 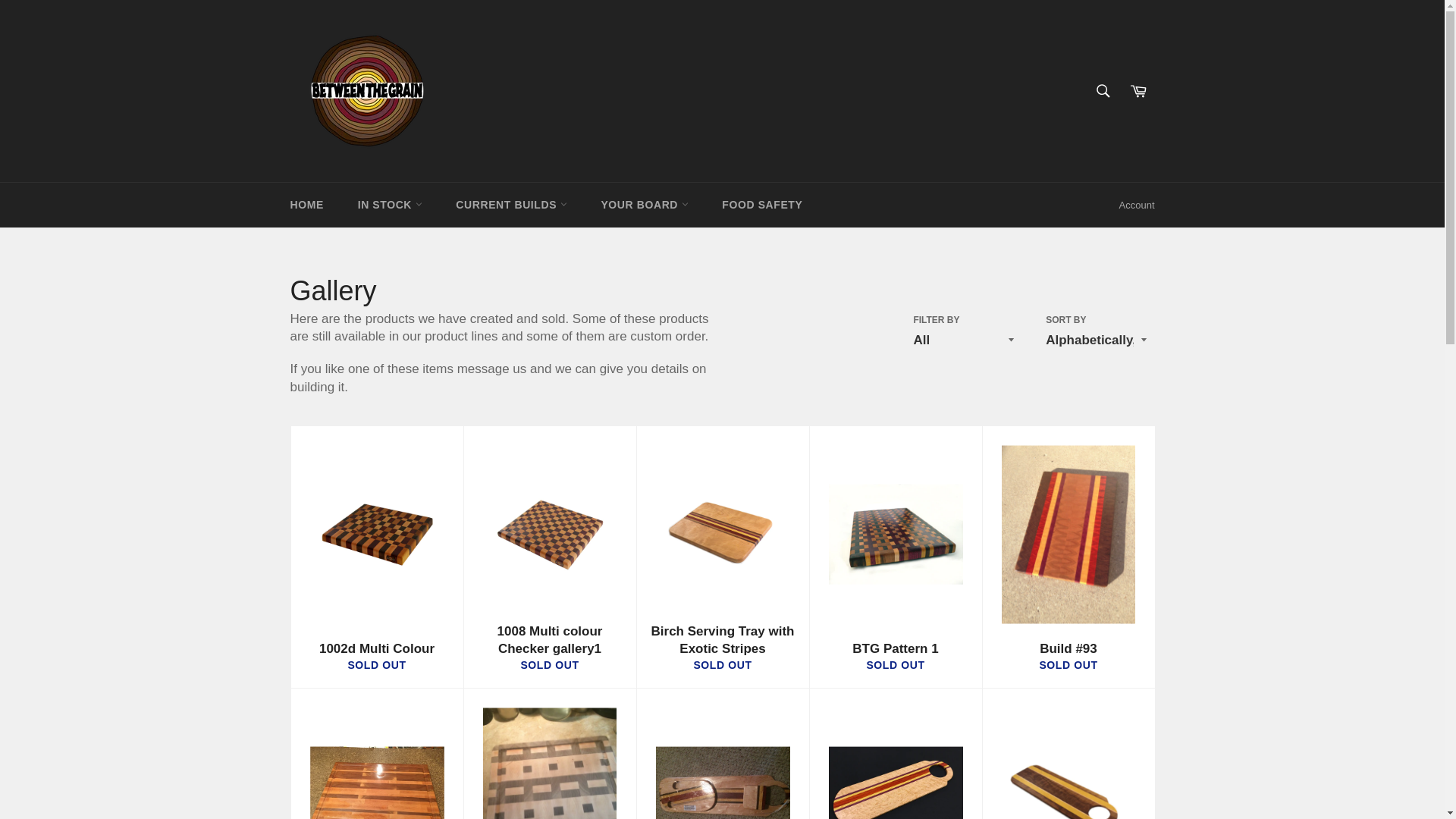 I want to click on 'IN STOCK', so click(x=341, y=205).